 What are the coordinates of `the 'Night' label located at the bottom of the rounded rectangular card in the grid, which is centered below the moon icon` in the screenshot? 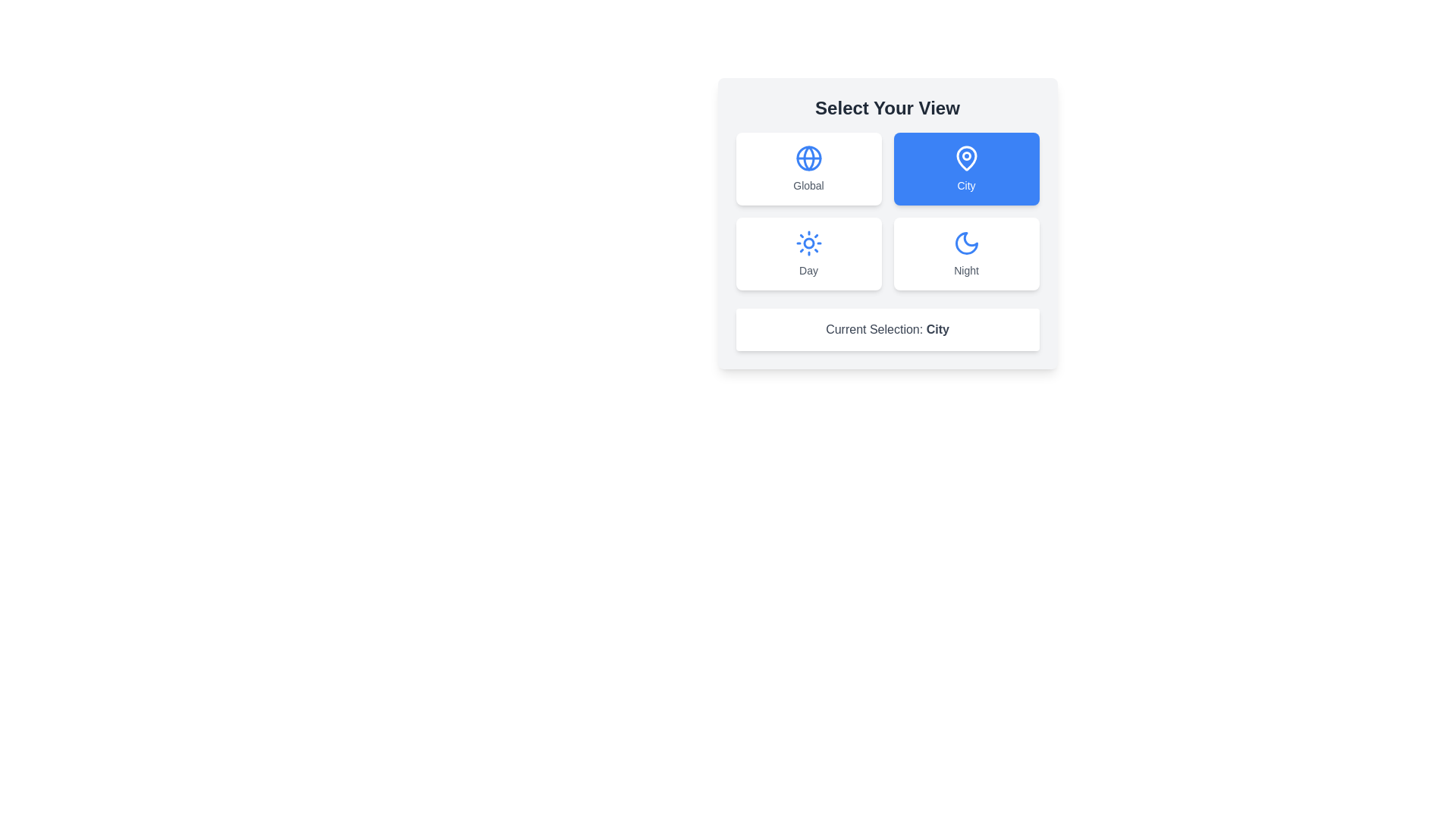 It's located at (965, 270).